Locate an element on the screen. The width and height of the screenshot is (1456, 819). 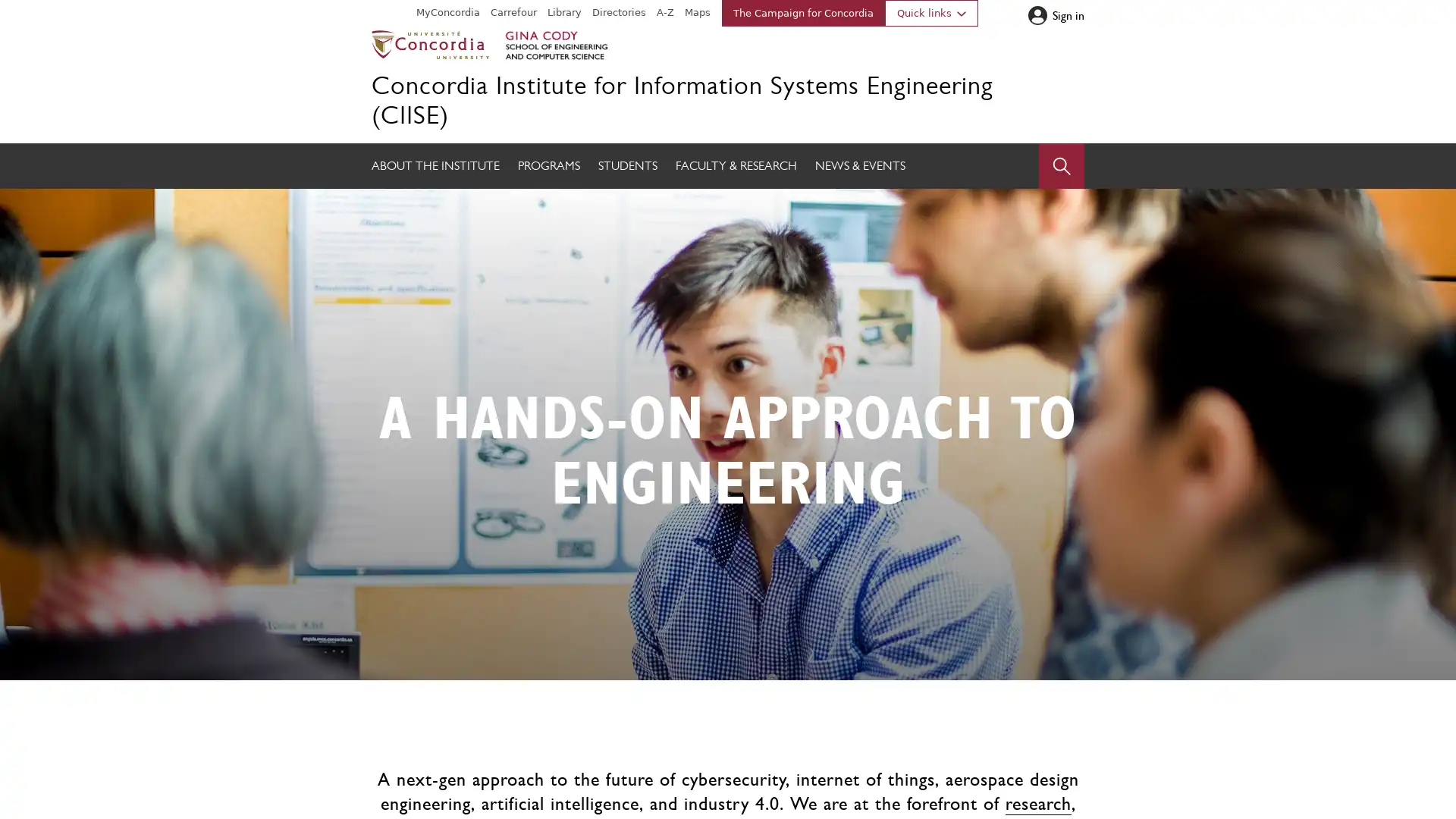
STUDENTS is located at coordinates (628, 166).